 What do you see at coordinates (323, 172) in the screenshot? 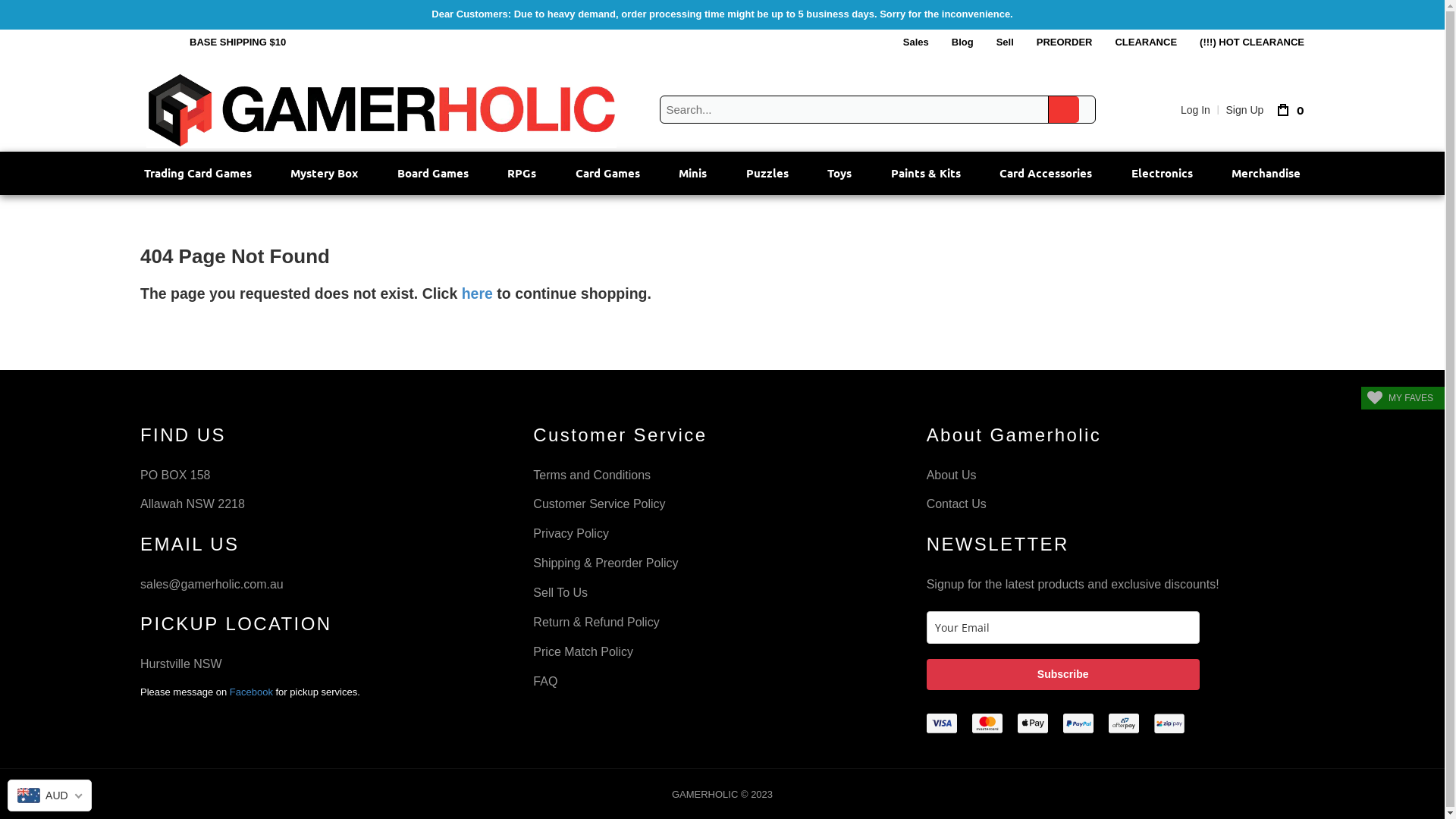
I see `'Mystery Box'` at bounding box center [323, 172].